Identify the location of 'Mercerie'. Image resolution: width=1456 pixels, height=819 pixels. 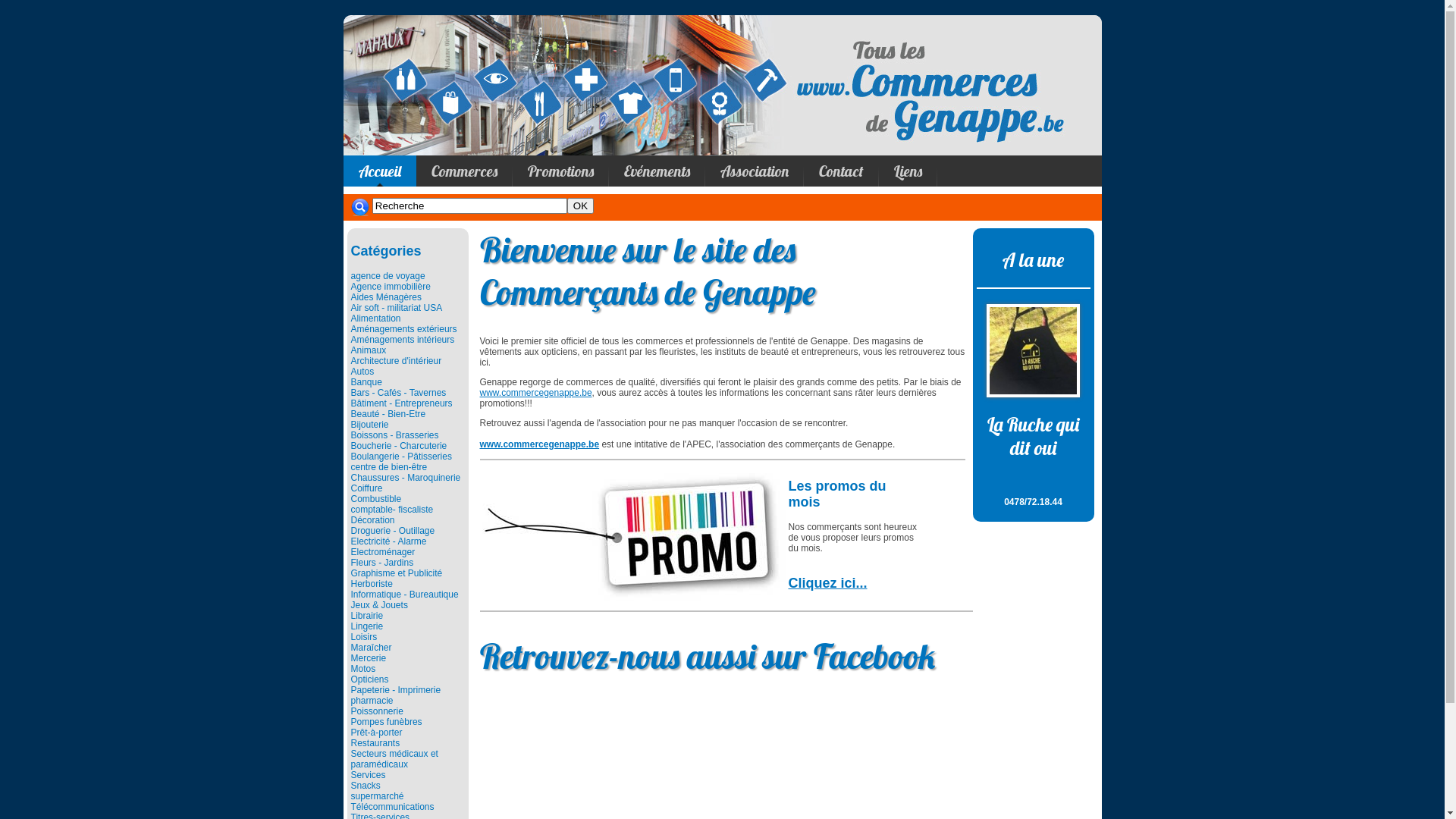
(368, 657).